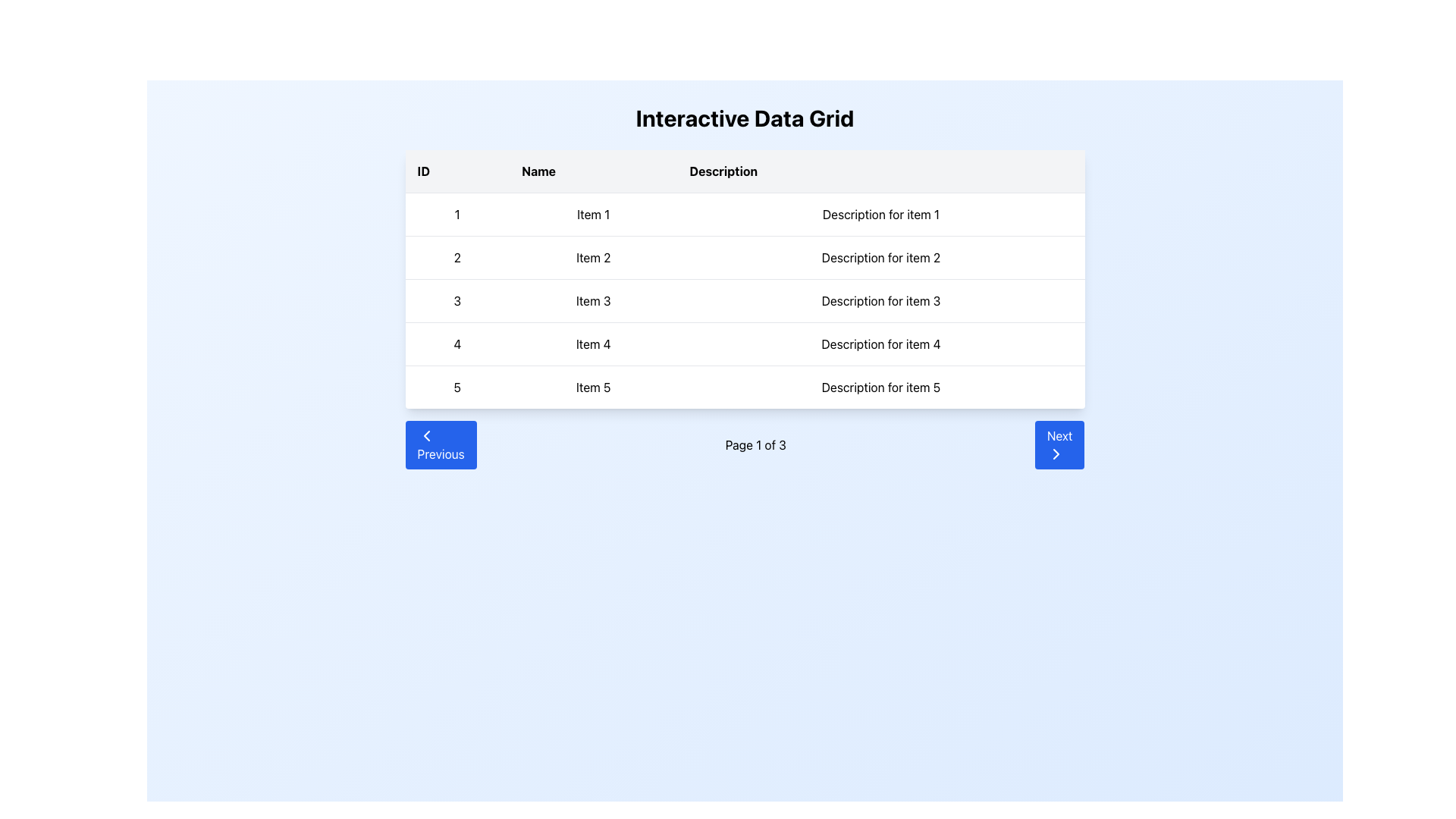  Describe the element at coordinates (457, 386) in the screenshot. I see `the static text element displaying the value '5', which is located in the first column of the bottom row of the data grid under the 'ID' header` at that location.